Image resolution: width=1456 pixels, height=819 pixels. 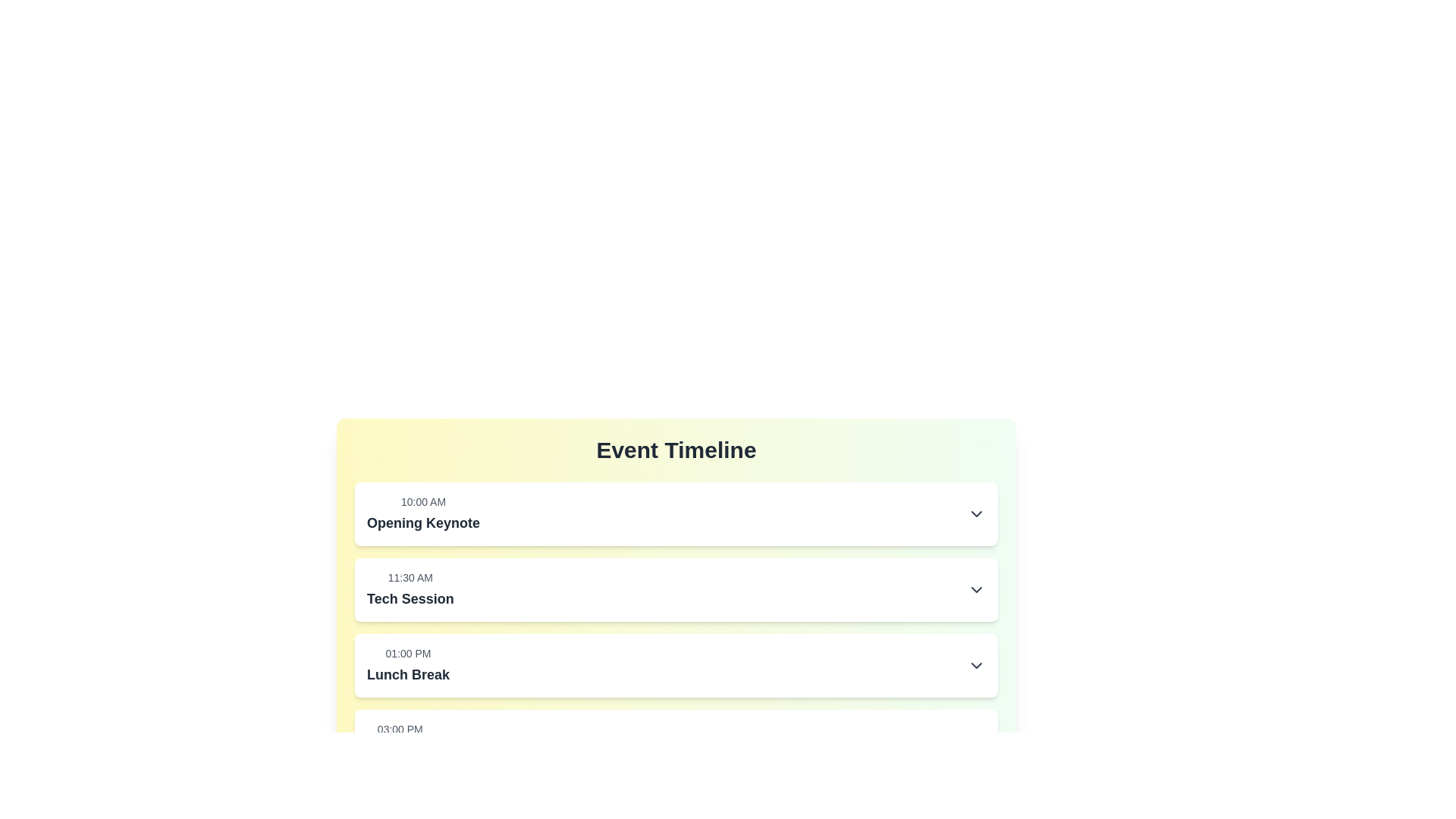 I want to click on the timestamp label displaying '01:00 PM' located under the 'Lunch Break' heading in the timeline, so click(x=408, y=652).